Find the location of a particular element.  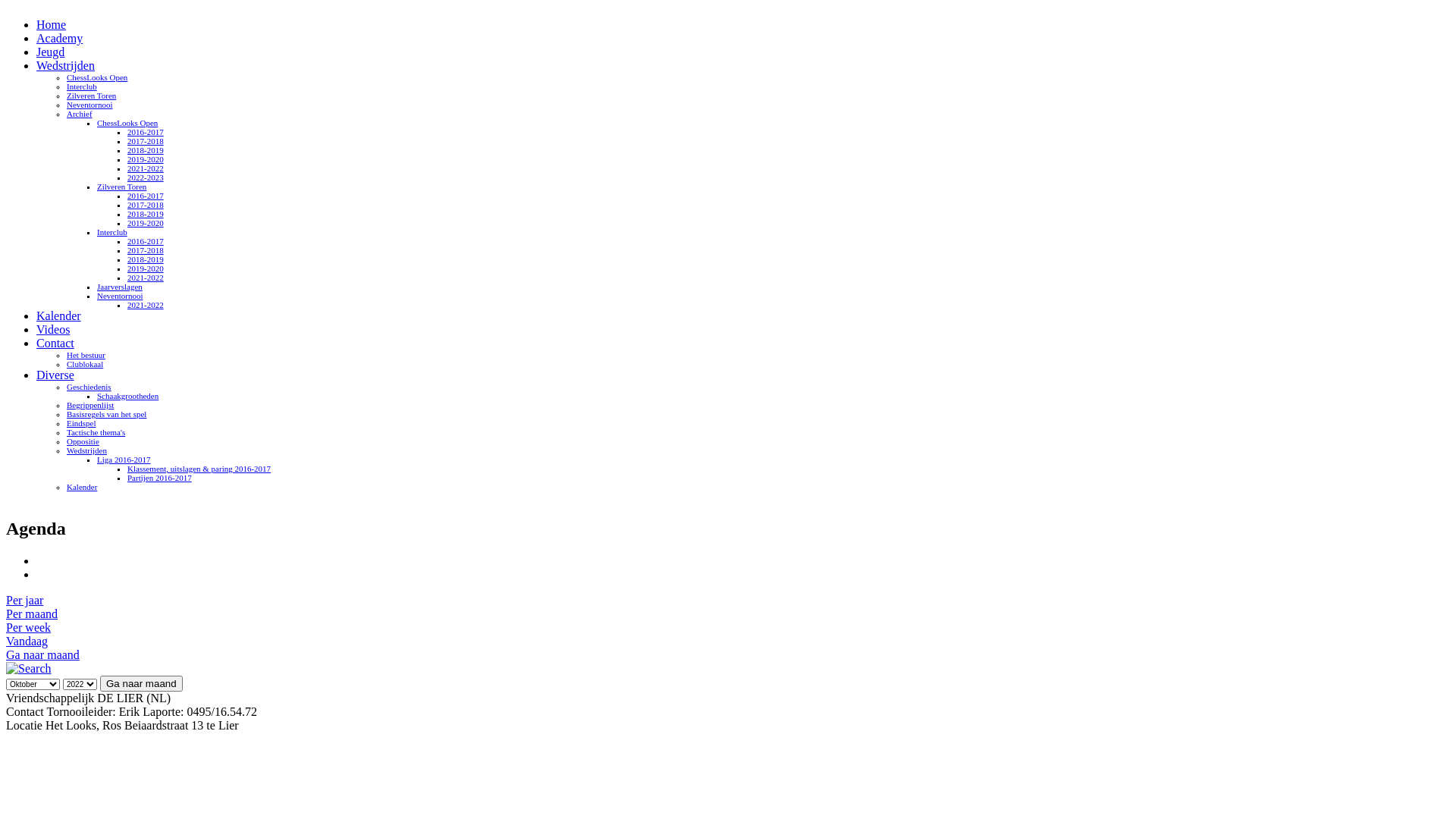

'Zilveren Toren' is located at coordinates (121, 186).